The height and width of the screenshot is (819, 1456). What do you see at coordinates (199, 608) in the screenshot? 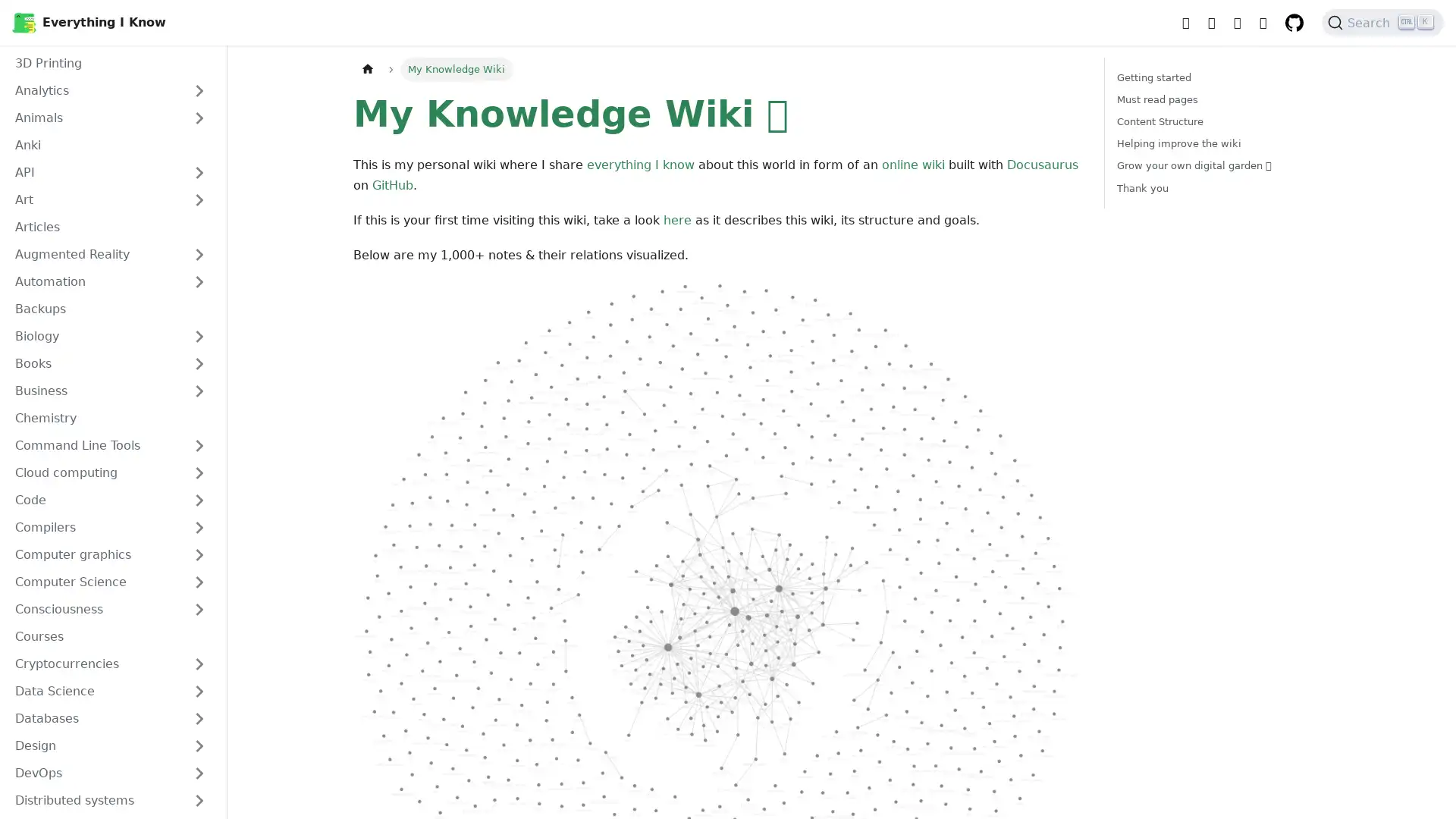
I see `Toggle the collapsible sidebar category 'Consciousness'` at bounding box center [199, 608].